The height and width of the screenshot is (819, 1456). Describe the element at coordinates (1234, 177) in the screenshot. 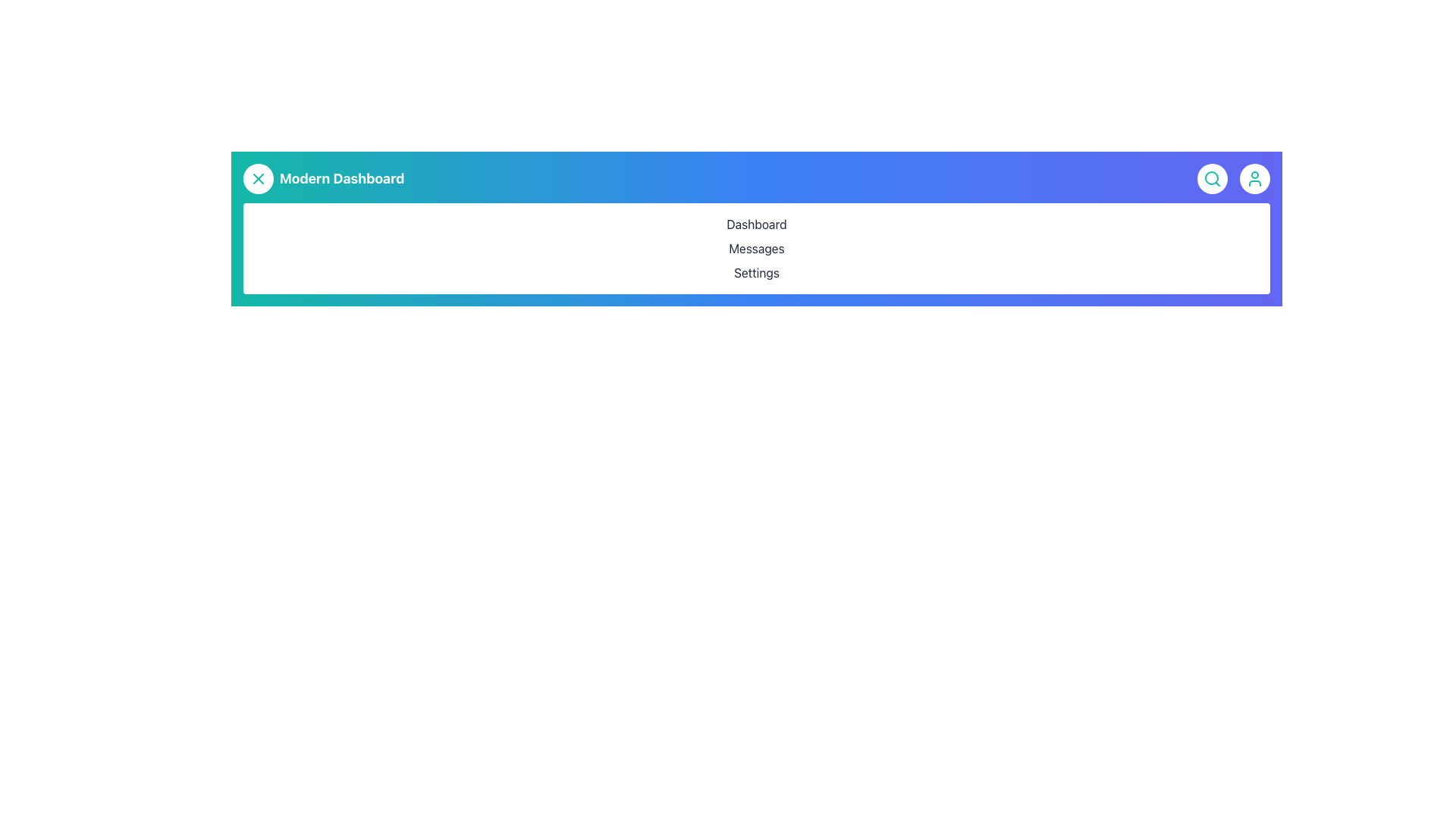

I see `the user icon in the top-right corner of the interface for profile-related actions` at that location.